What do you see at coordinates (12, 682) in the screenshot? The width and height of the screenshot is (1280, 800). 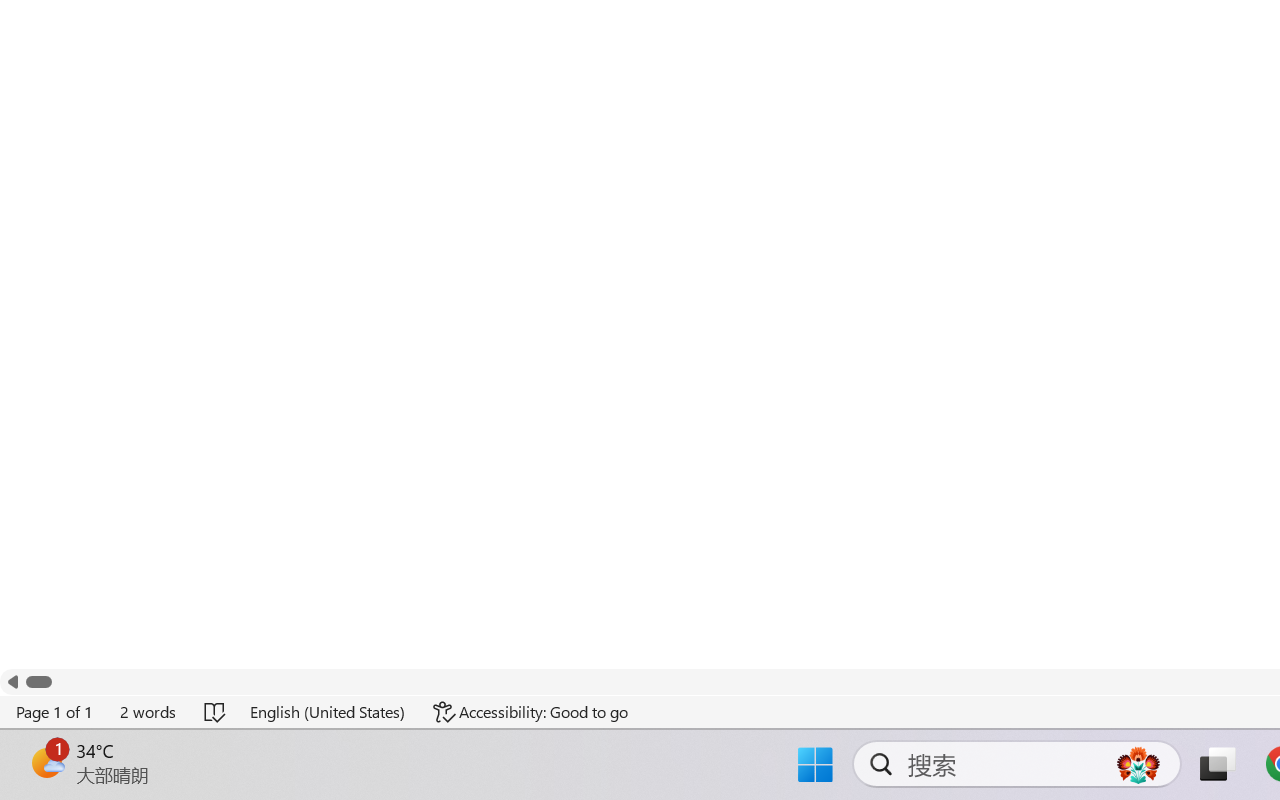 I see `'Column left'` at bounding box center [12, 682].